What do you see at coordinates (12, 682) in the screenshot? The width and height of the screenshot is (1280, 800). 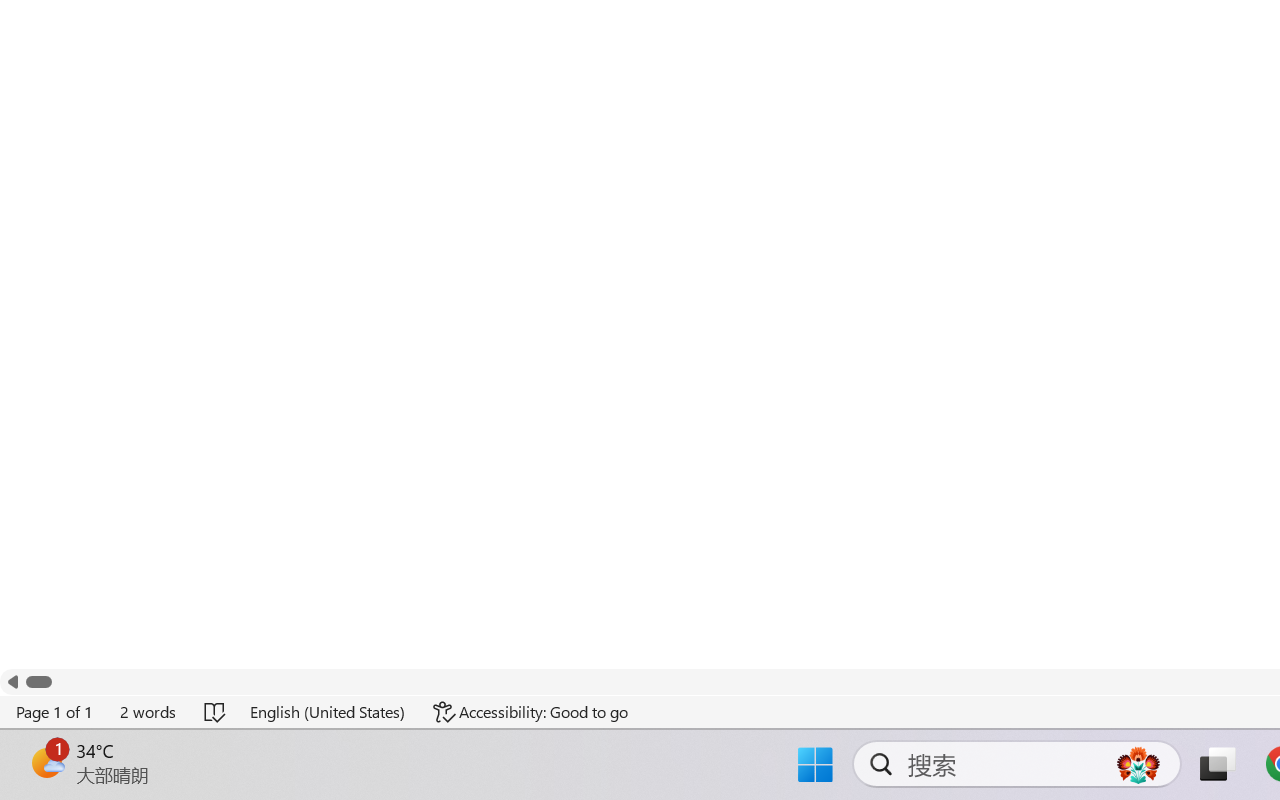 I see `'Column left'` at bounding box center [12, 682].